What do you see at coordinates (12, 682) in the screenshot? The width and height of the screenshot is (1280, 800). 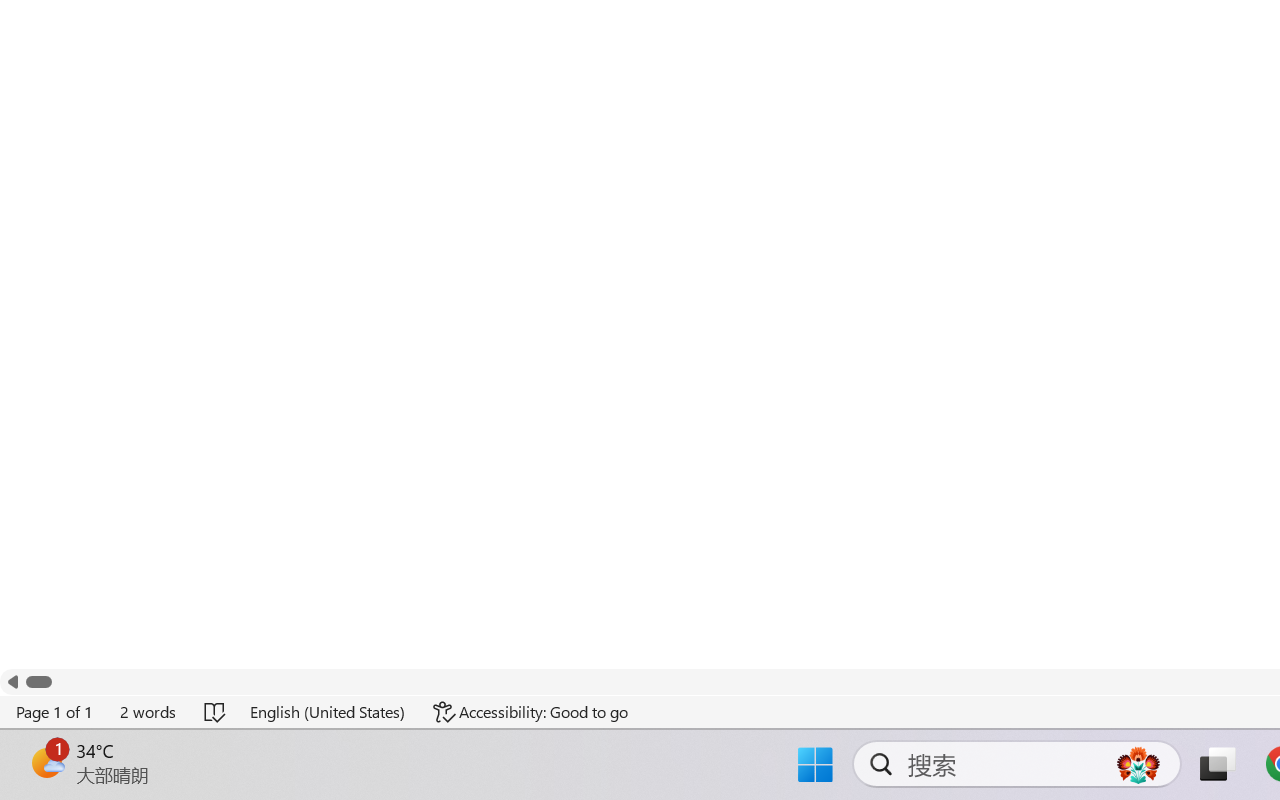 I see `'Column left'` at bounding box center [12, 682].